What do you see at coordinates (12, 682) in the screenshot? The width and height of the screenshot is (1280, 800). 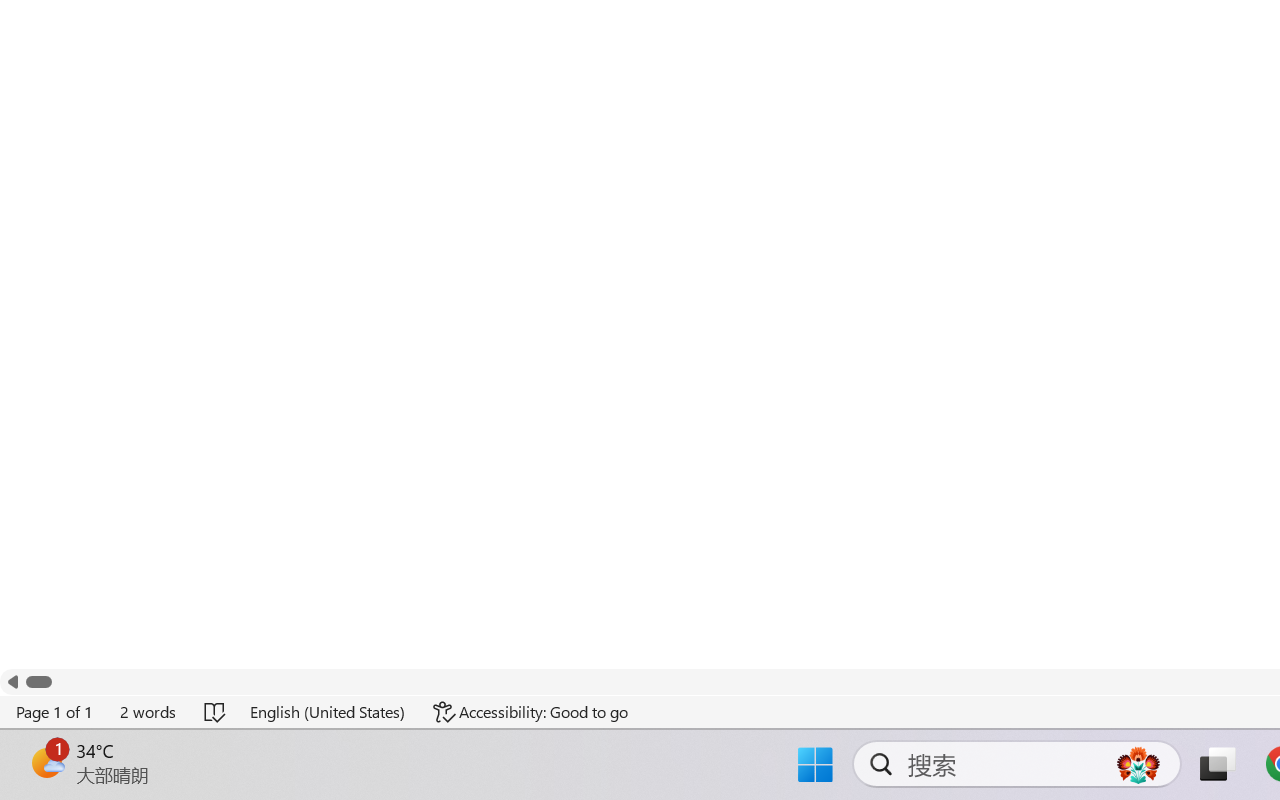 I see `'Column left'` at bounding box center [12, 682].